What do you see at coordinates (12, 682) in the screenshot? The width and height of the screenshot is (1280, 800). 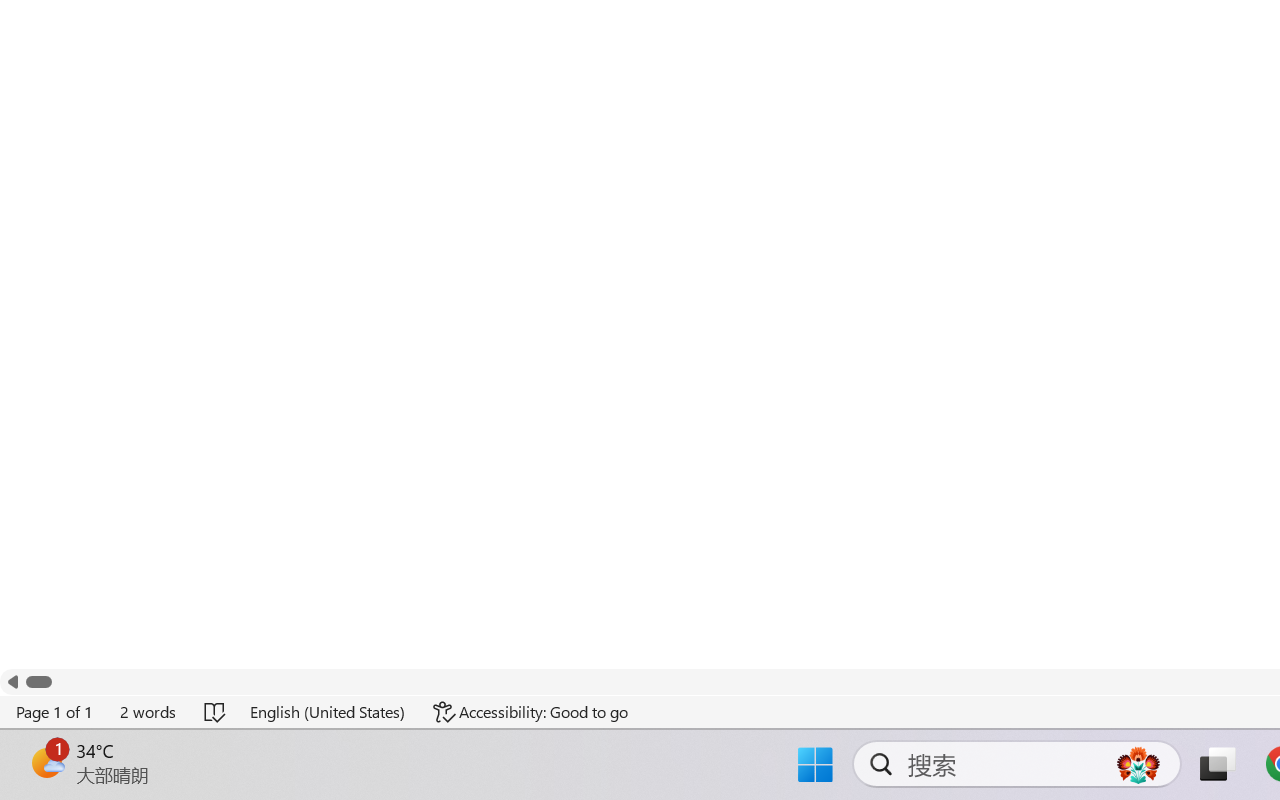 I see `'Column left'` at bounding box center [12, 682].